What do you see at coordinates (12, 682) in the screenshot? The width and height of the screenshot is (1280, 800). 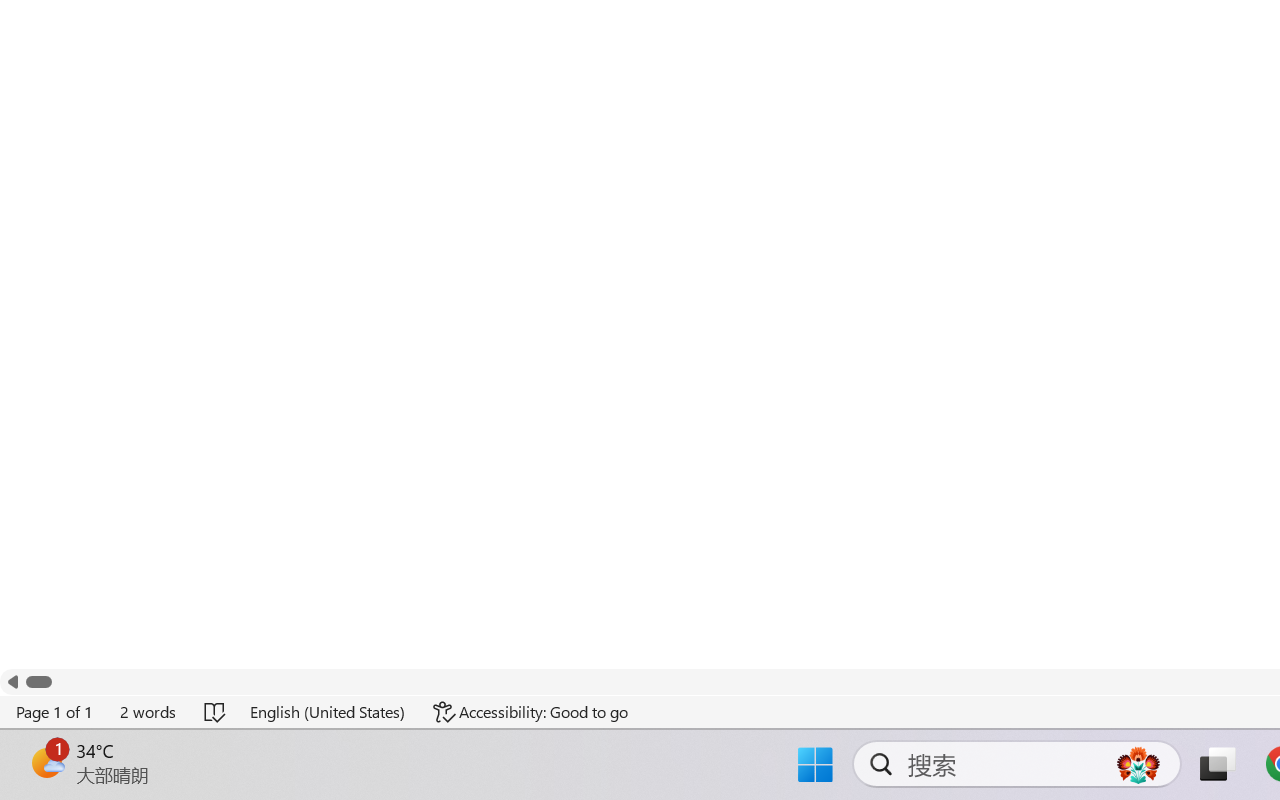 I see `'Column left'` at bounding box center [12, 682].